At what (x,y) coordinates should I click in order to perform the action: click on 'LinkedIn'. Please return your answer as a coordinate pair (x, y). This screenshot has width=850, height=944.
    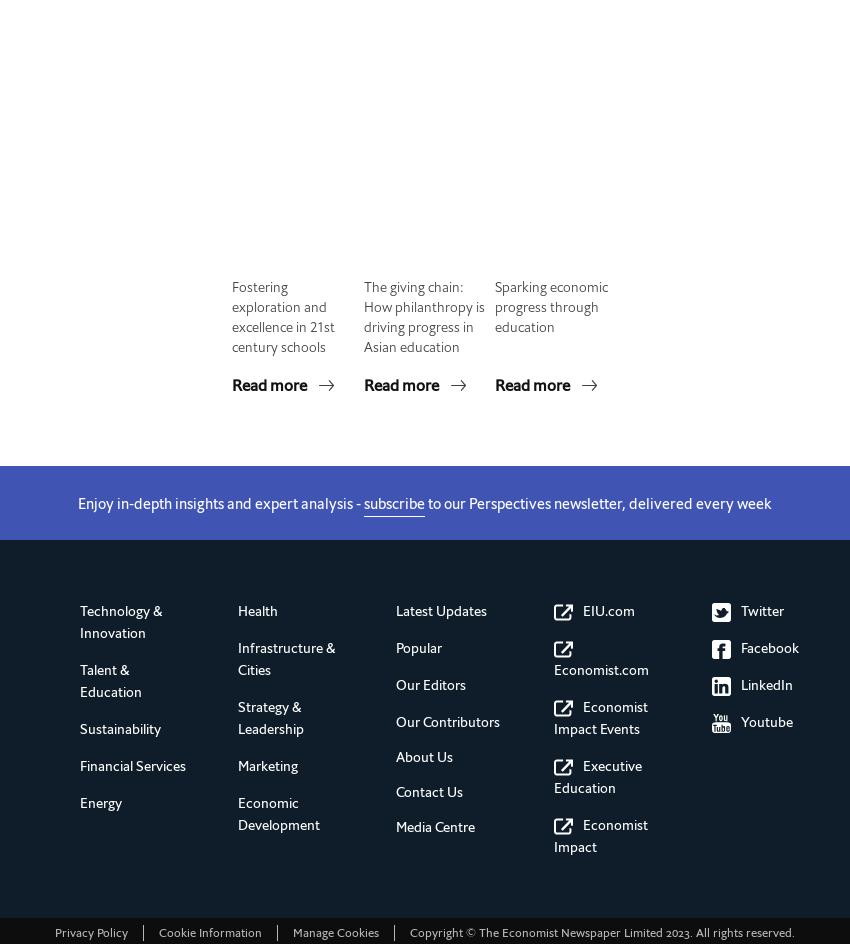
    Looking at the image, I should click on (766, 684).